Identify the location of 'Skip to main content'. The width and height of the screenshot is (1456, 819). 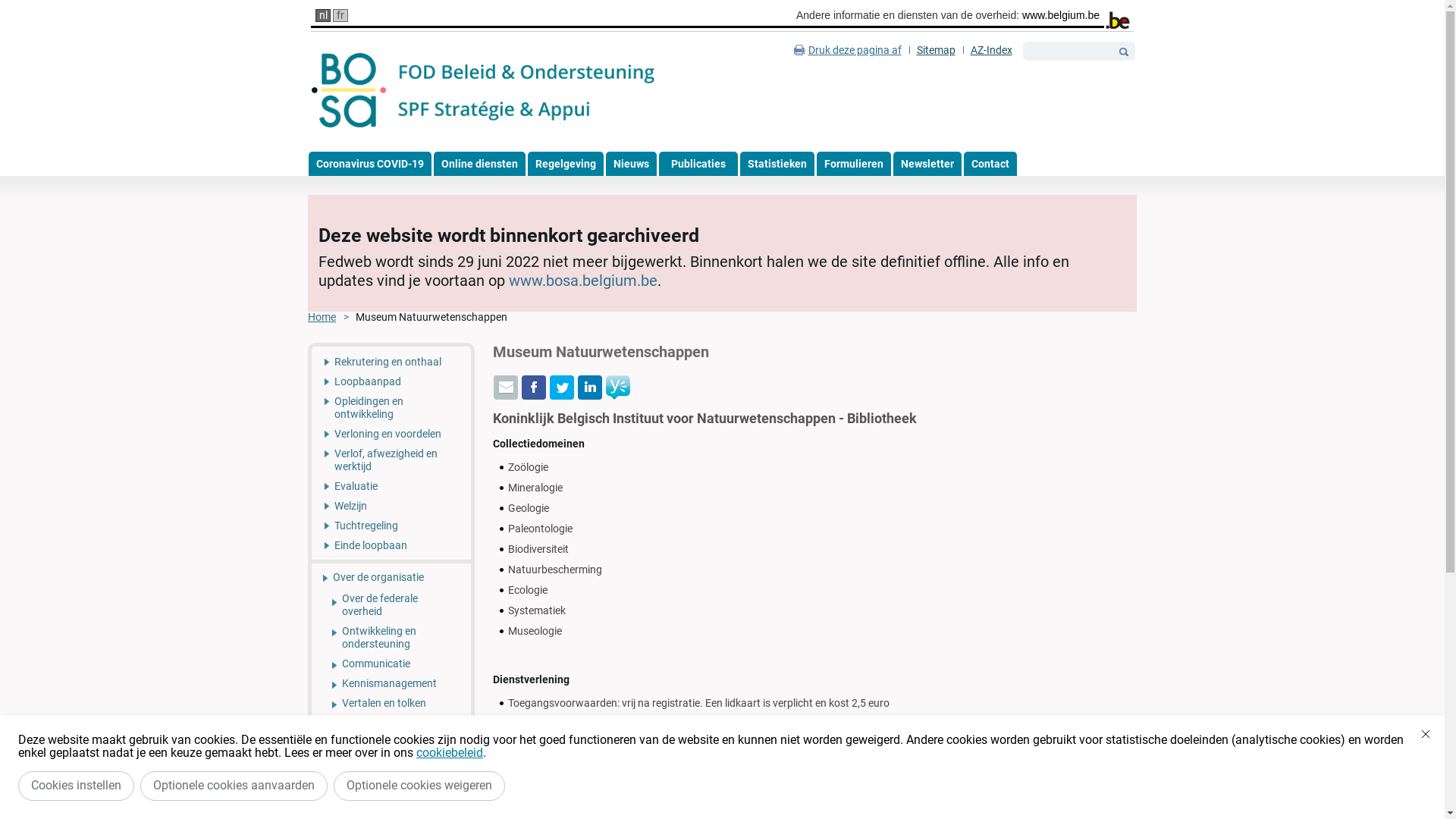
(48, 0).